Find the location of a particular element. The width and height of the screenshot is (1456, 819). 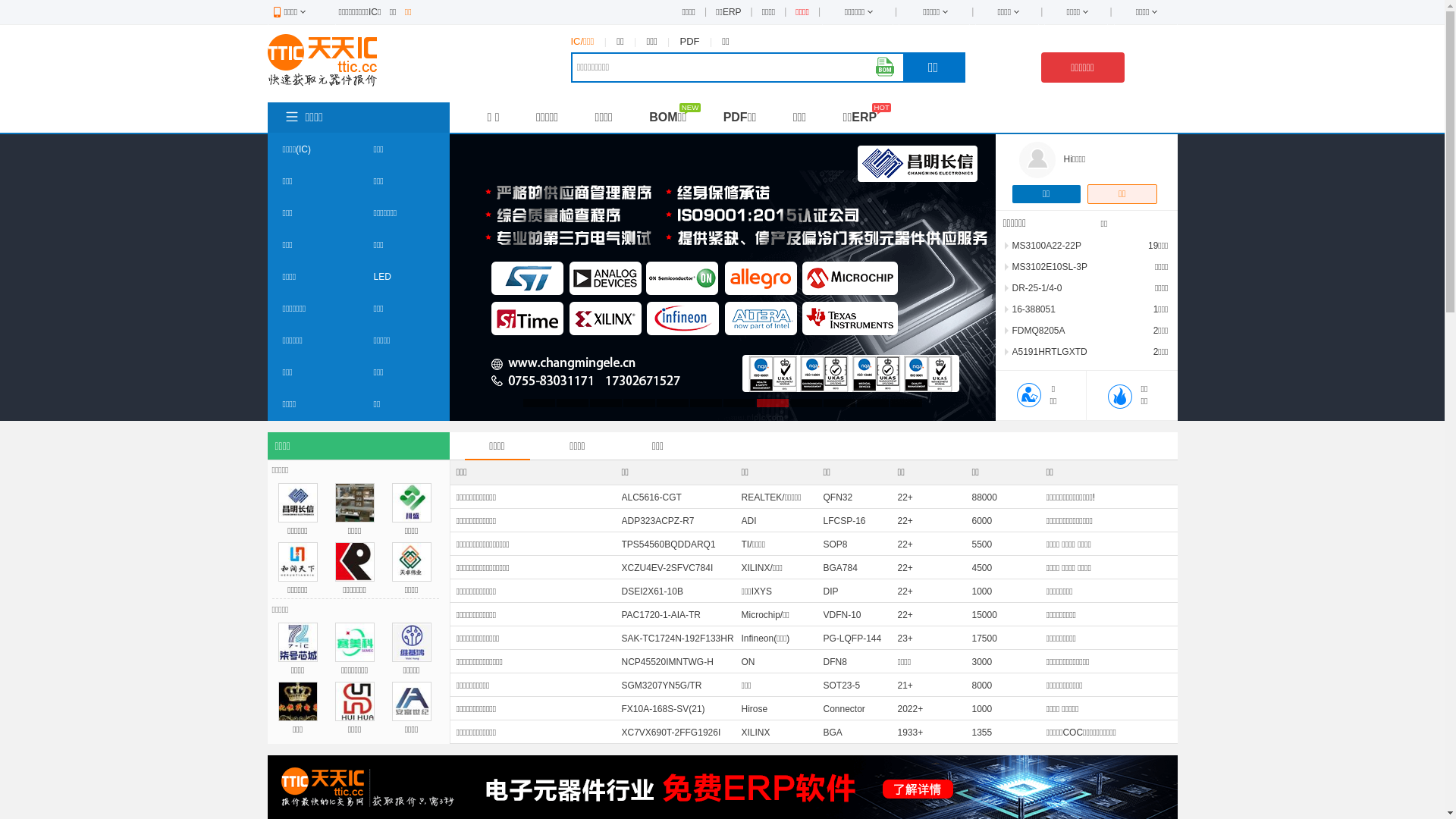

'SAK-TC1724N-192F133HR AC' is located at coordinates (676, 647).